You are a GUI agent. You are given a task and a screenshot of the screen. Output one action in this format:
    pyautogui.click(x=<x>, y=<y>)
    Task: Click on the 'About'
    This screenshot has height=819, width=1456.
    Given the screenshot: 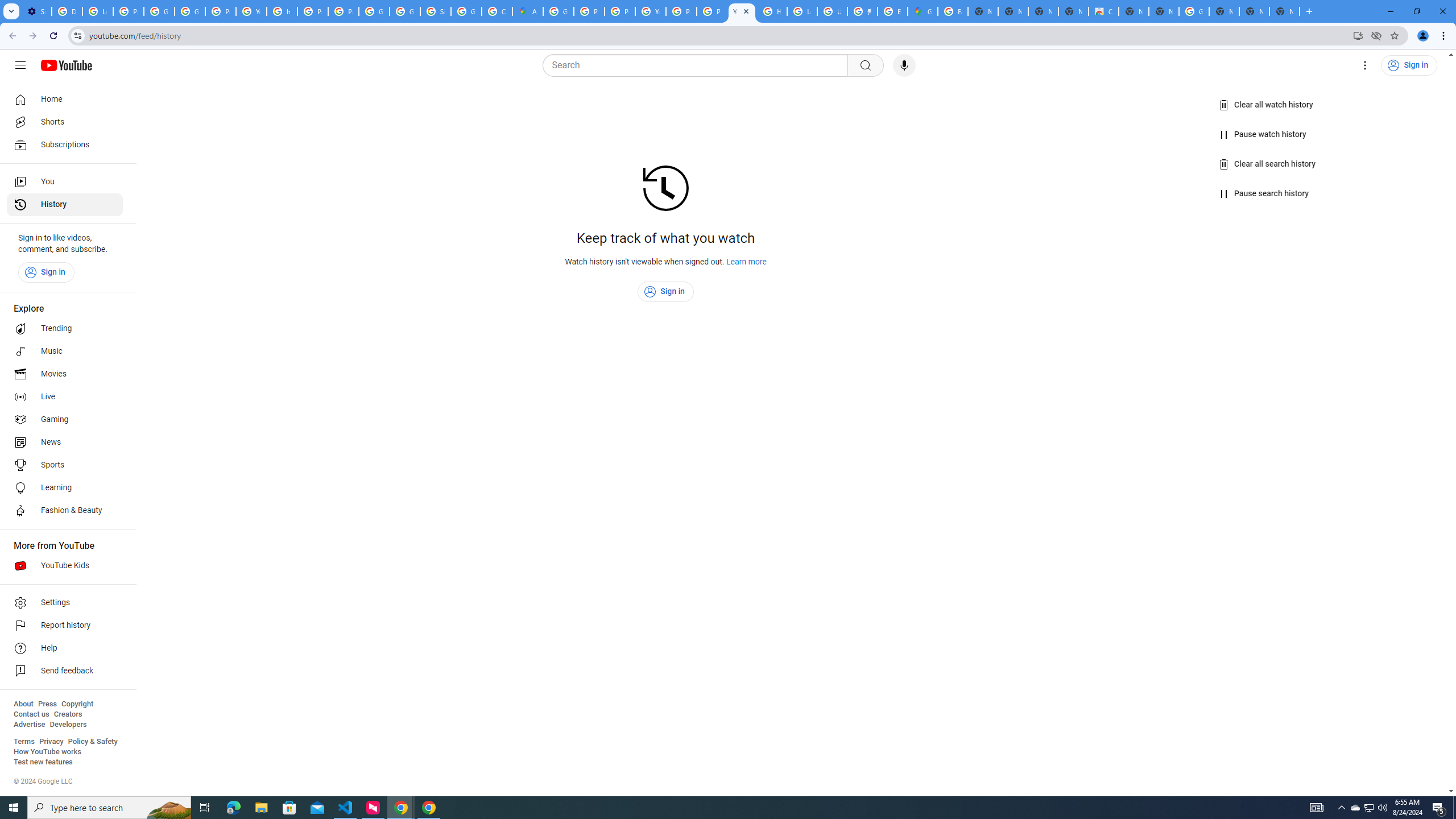 What is the action you would take?
    pyautogui.click(x=23, y=704)
    